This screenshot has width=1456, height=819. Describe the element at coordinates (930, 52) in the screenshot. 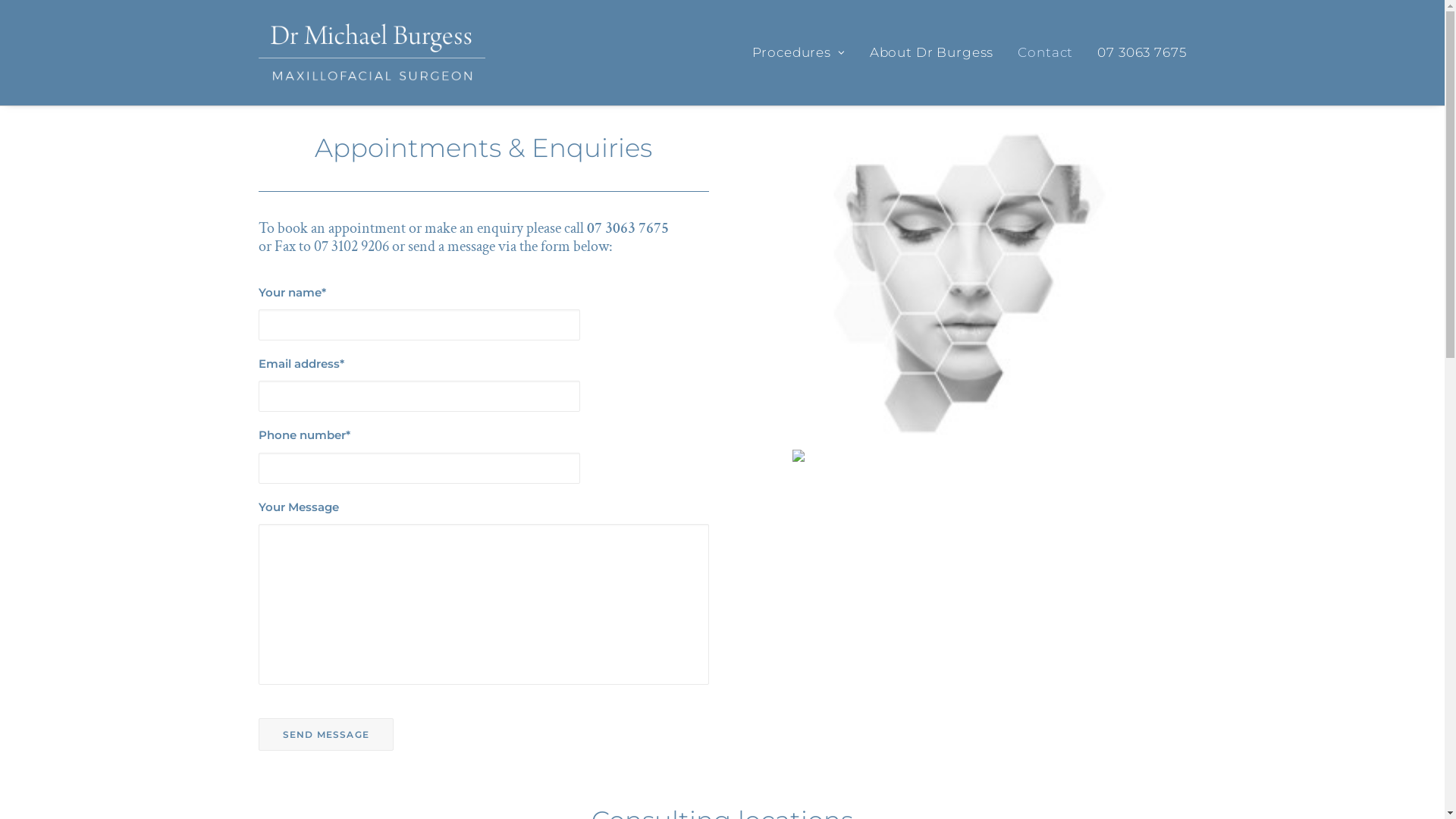

I see `'About Dr Burgess'` at that location.